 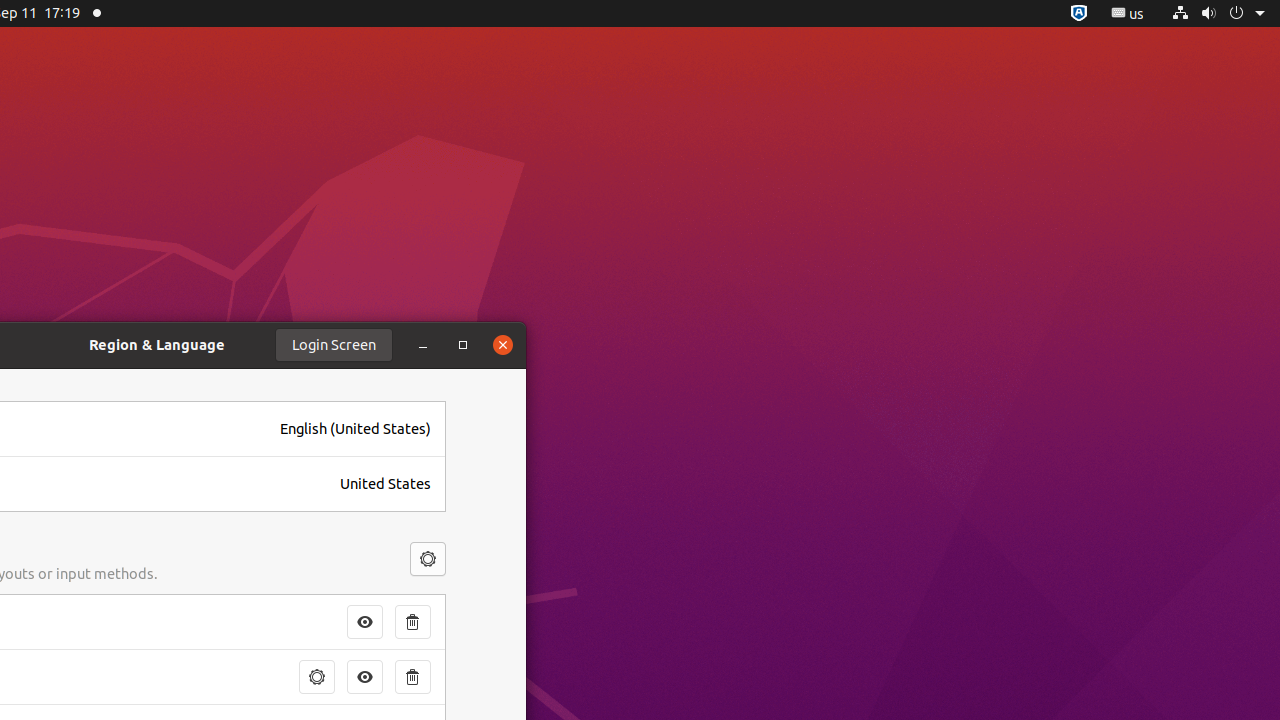 I want to click on 'Close', so click(x=503, y=344).